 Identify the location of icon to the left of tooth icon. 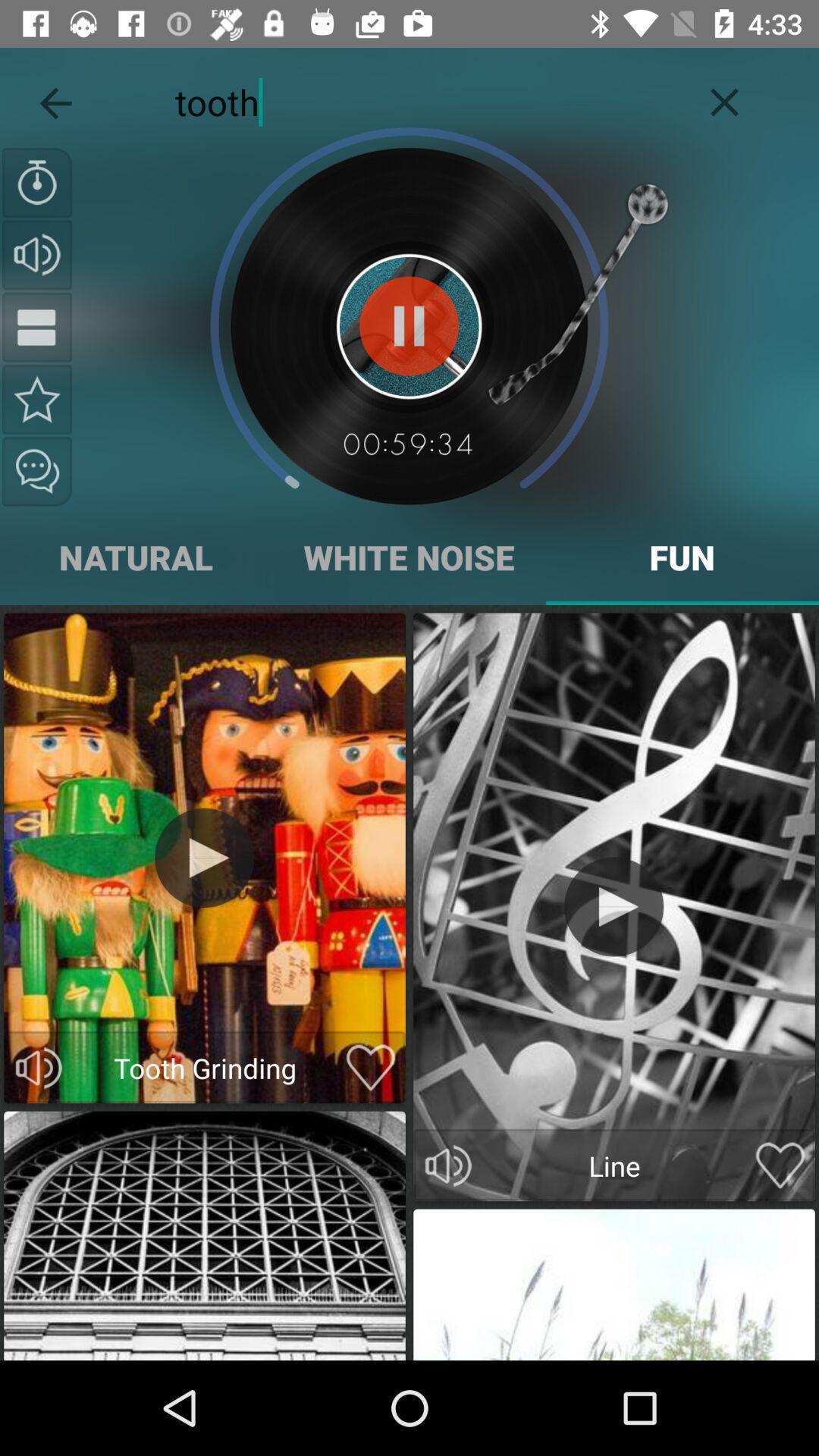
(55, 99).